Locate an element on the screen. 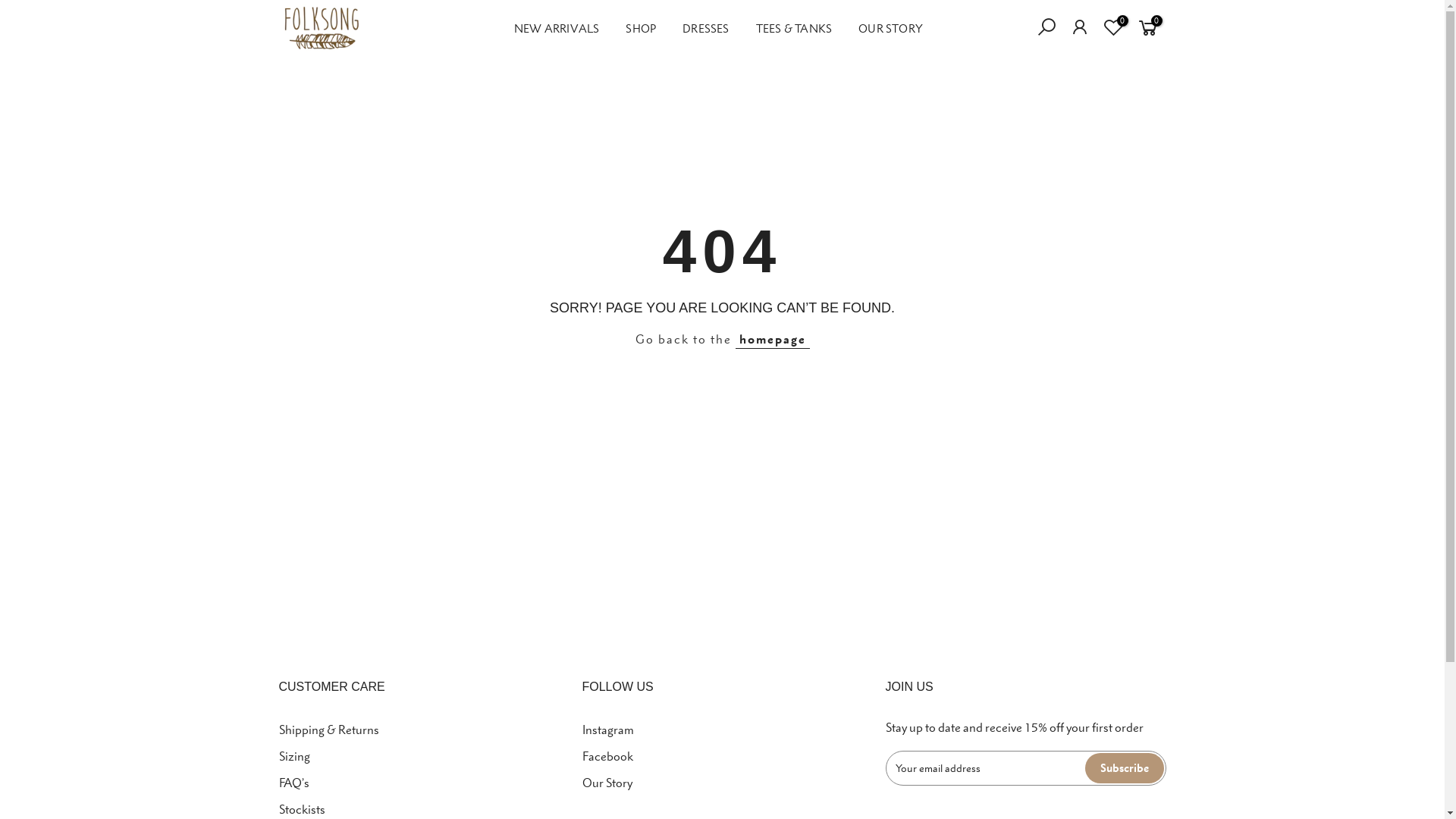 The height and width of the screenshot is (819, 1456). 'Our Story' is located at coordinates (582, 783).